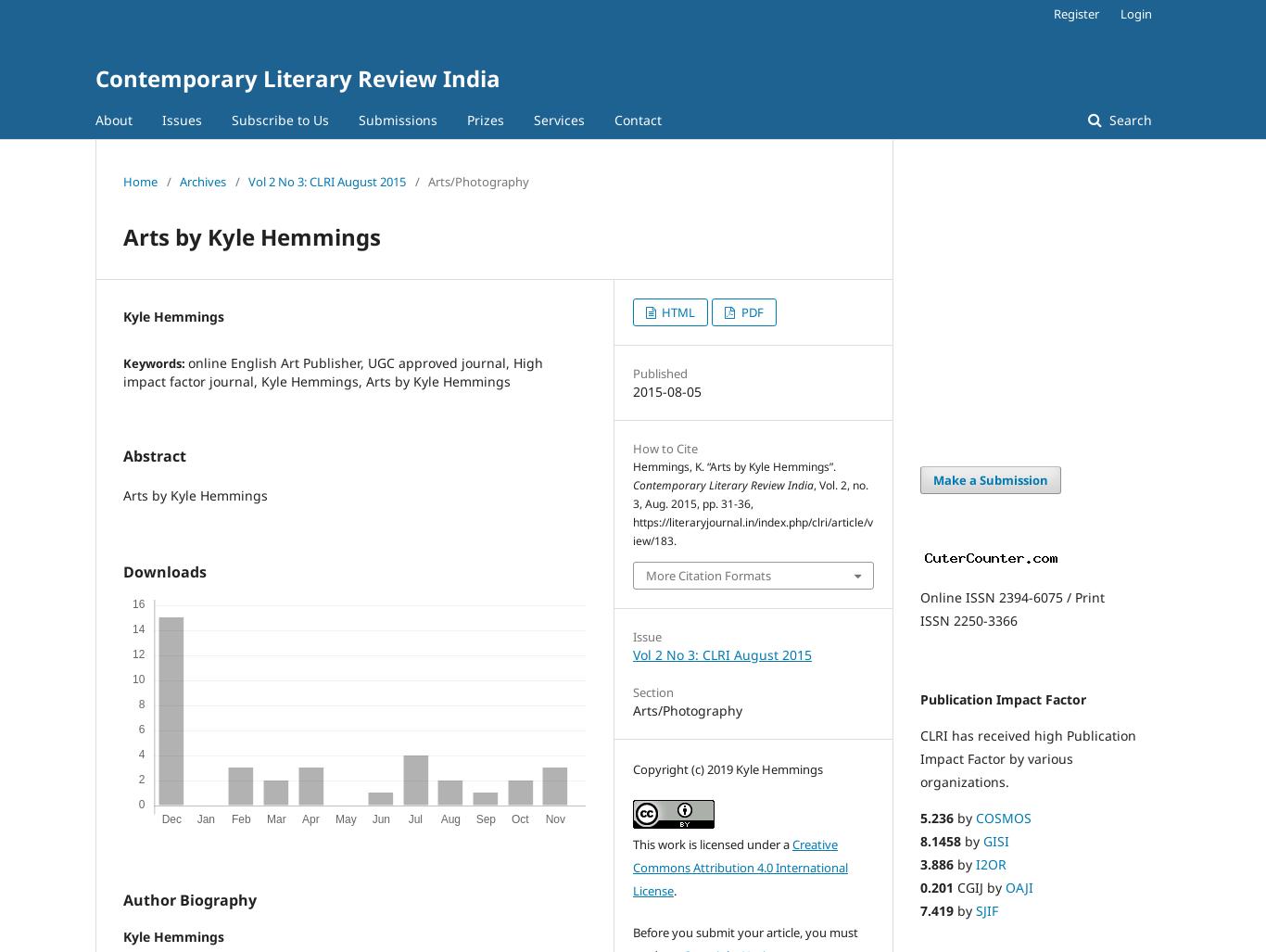 The image size is (1266, 952). I want to click on 'Archives', so click(201, 180).